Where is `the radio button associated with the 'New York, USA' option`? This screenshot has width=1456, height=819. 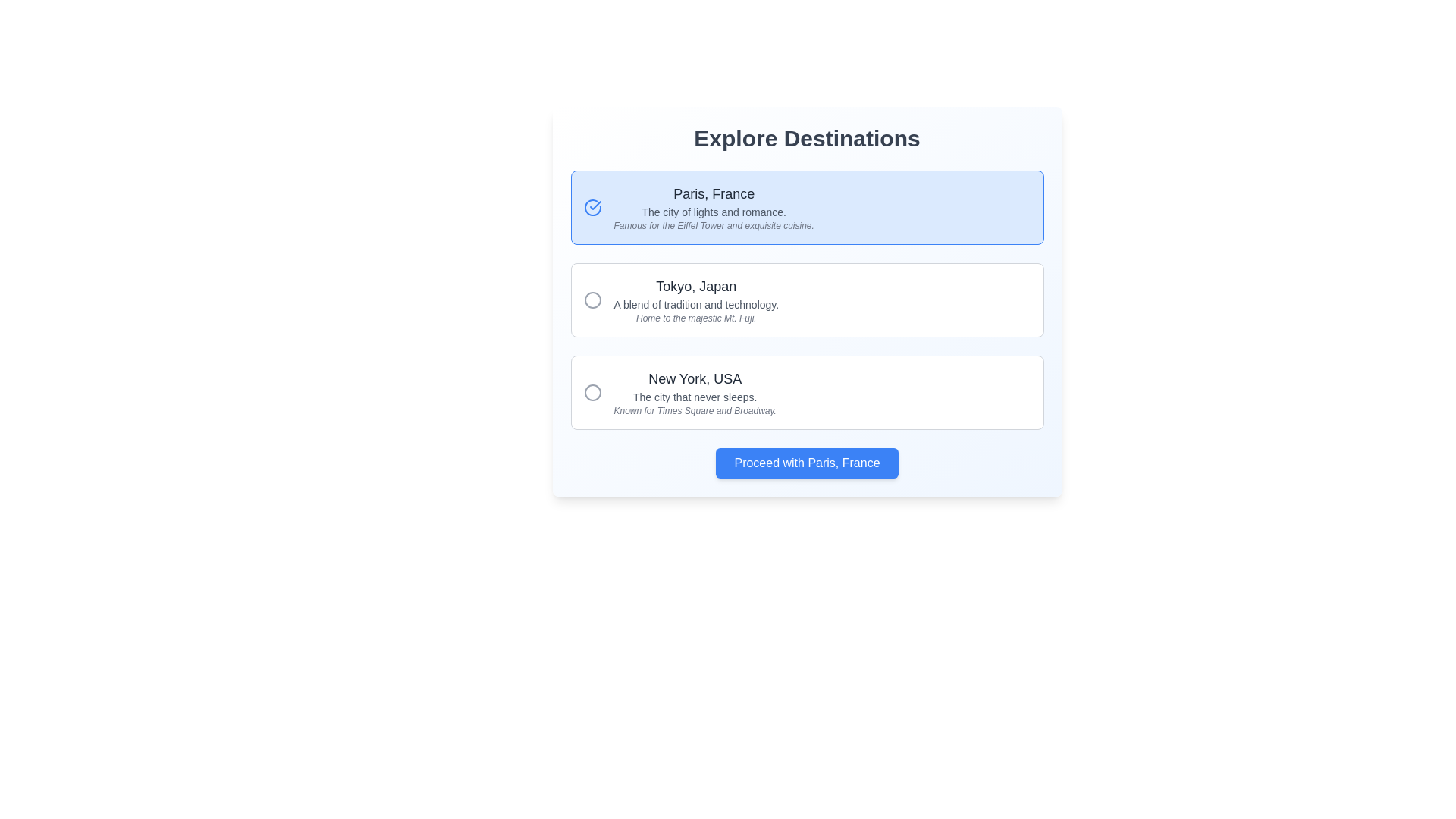
the radio button associated with the 'New York, USA' option is located at coordinates (591, 391).